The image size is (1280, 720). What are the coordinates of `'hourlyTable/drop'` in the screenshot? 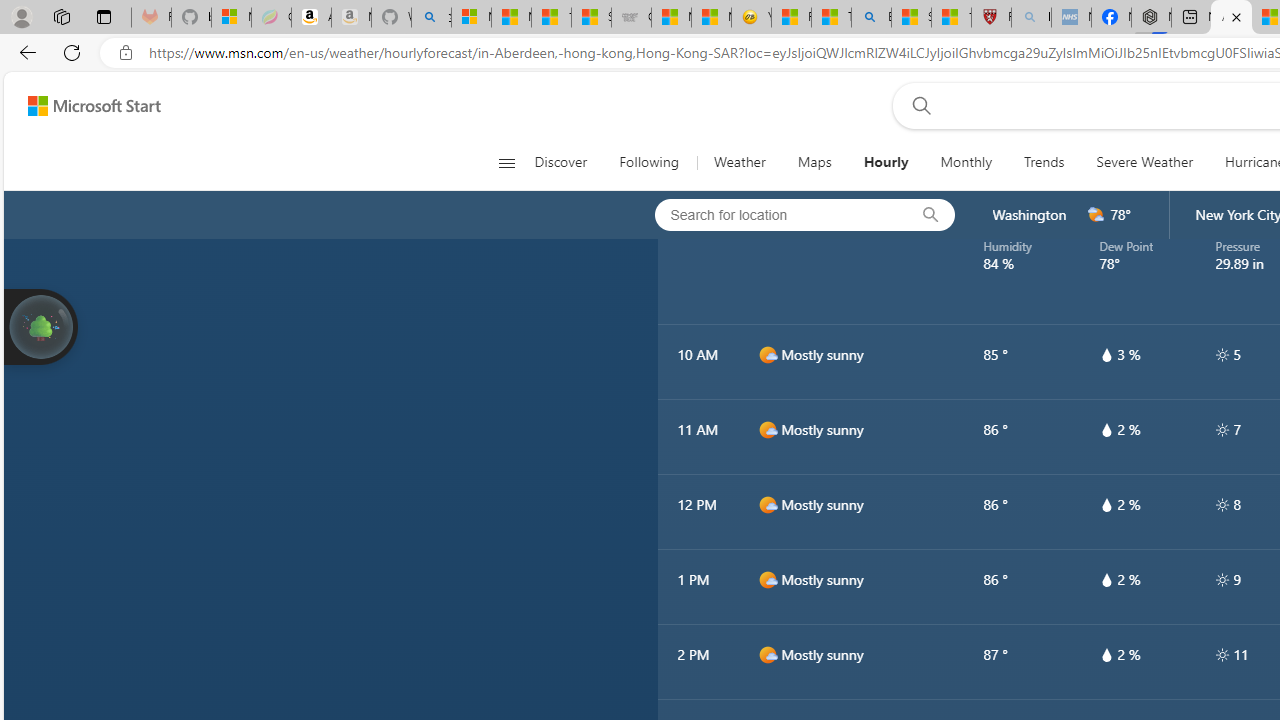 It's located at (1105, 654).